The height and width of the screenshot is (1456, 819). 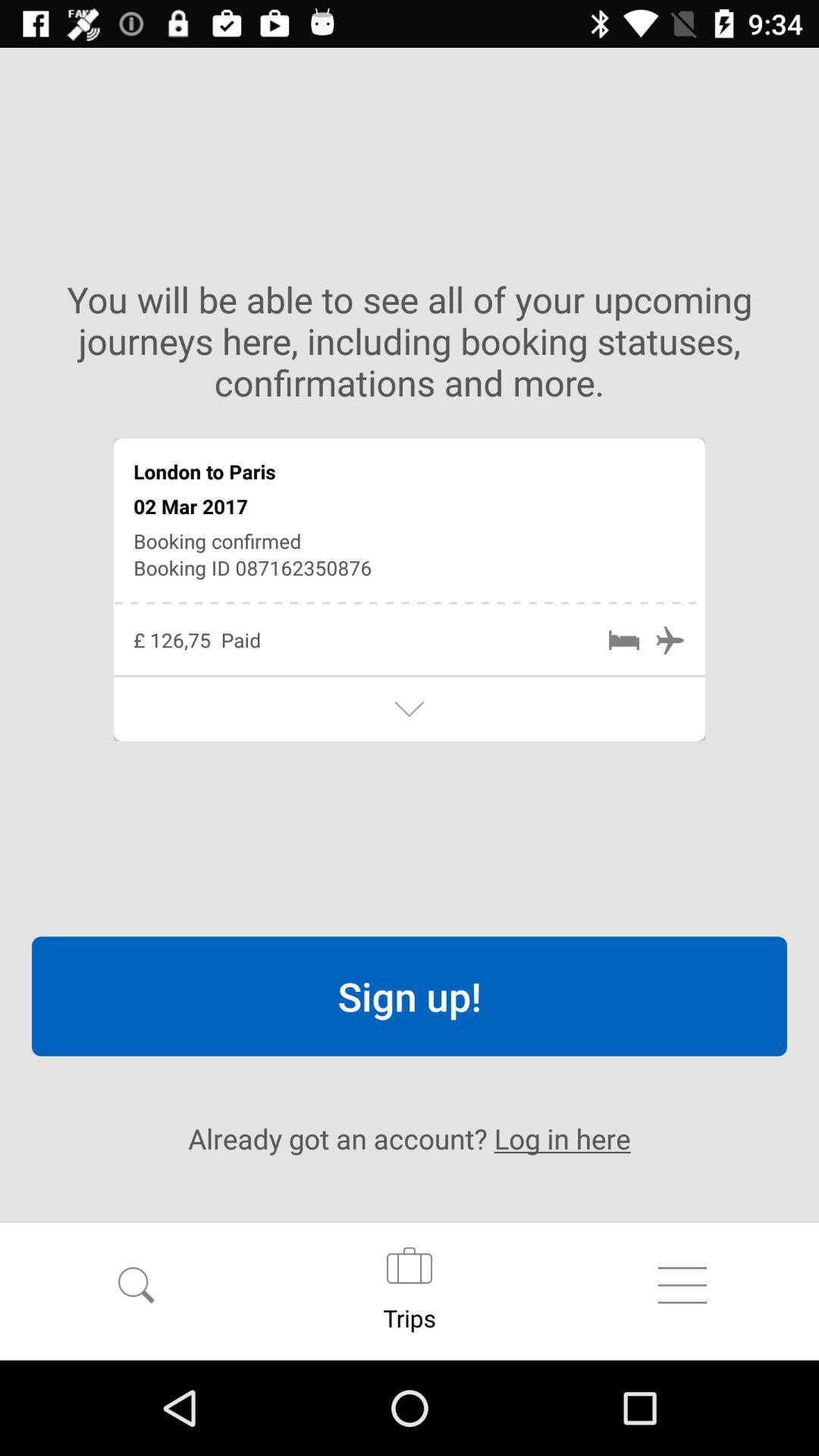 What do you see at coordinates (409, 996) in the screenshot?
I see `sign up! item` at bounding box center [409, 996].